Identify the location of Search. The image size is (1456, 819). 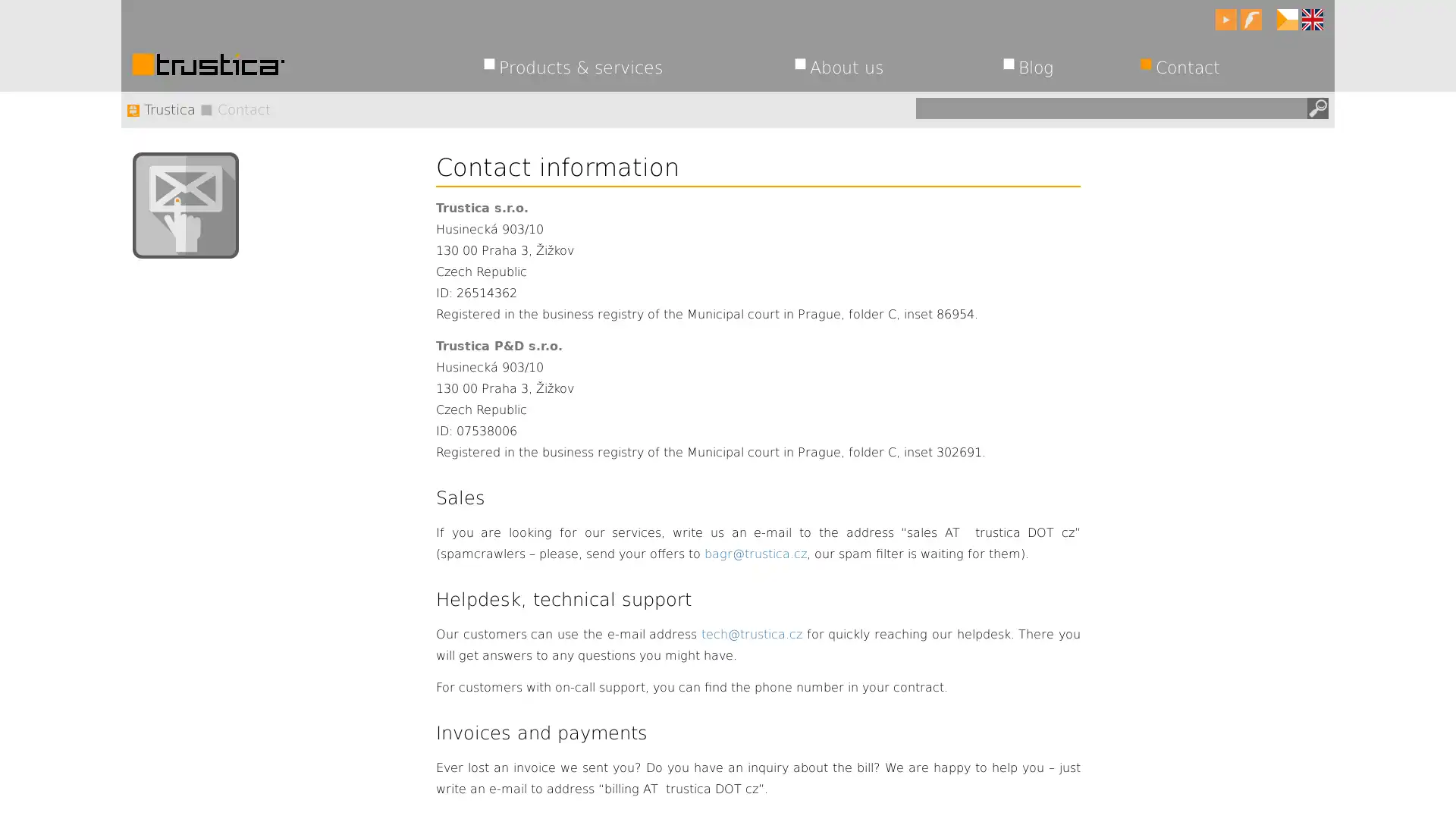
(1316, 107).